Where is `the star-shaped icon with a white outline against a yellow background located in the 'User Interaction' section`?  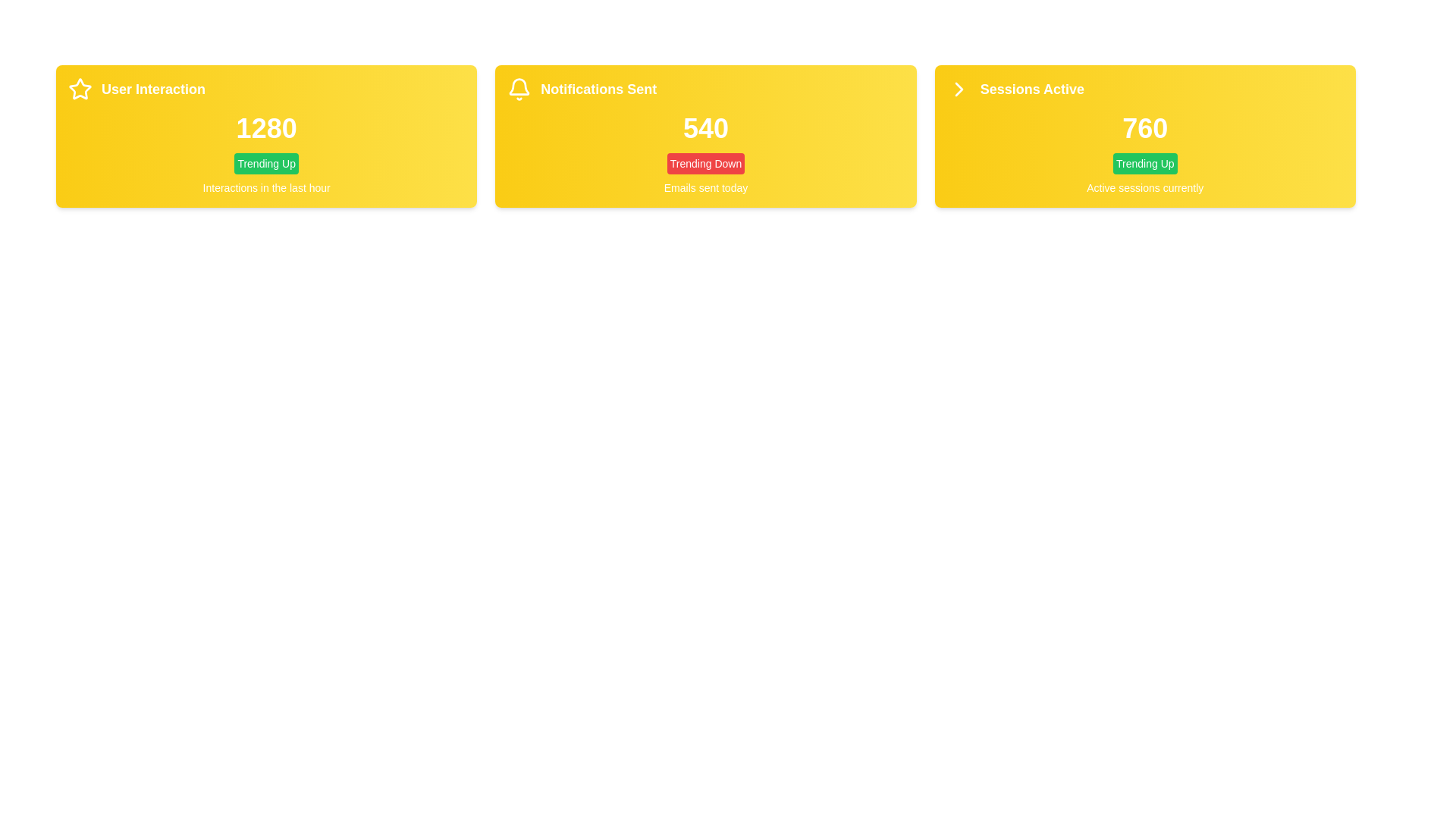
the star-shaped icon with a white outline against a yellow background located in the 'User Interaction' section is located at coordinates (79, 89).